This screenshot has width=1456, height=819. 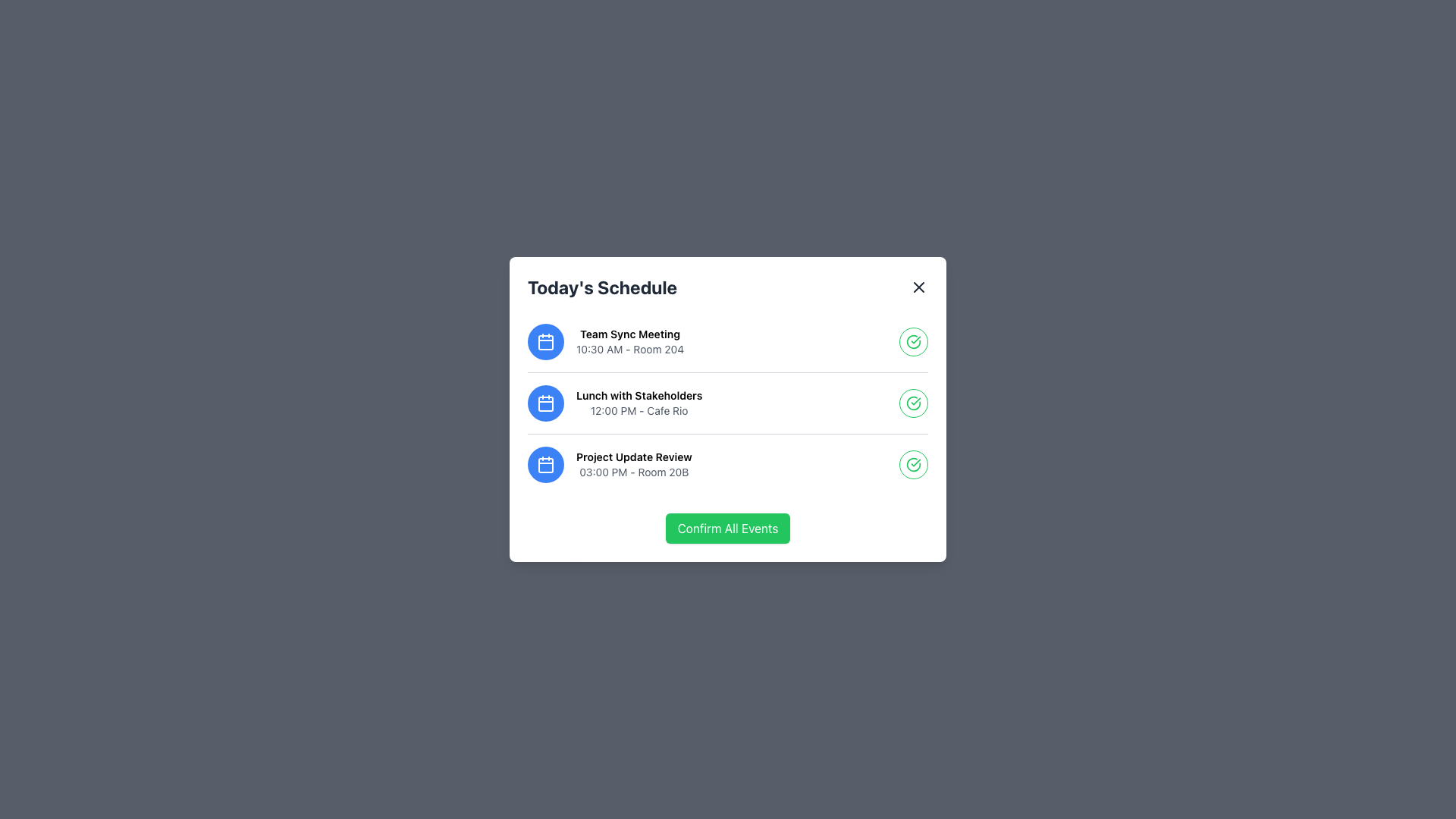 What do you see at coordinates (728, 528) in the screenshot?
I see `the green rectangular button labeled 'Confirm All Events'` at bounding box center [728, 528].